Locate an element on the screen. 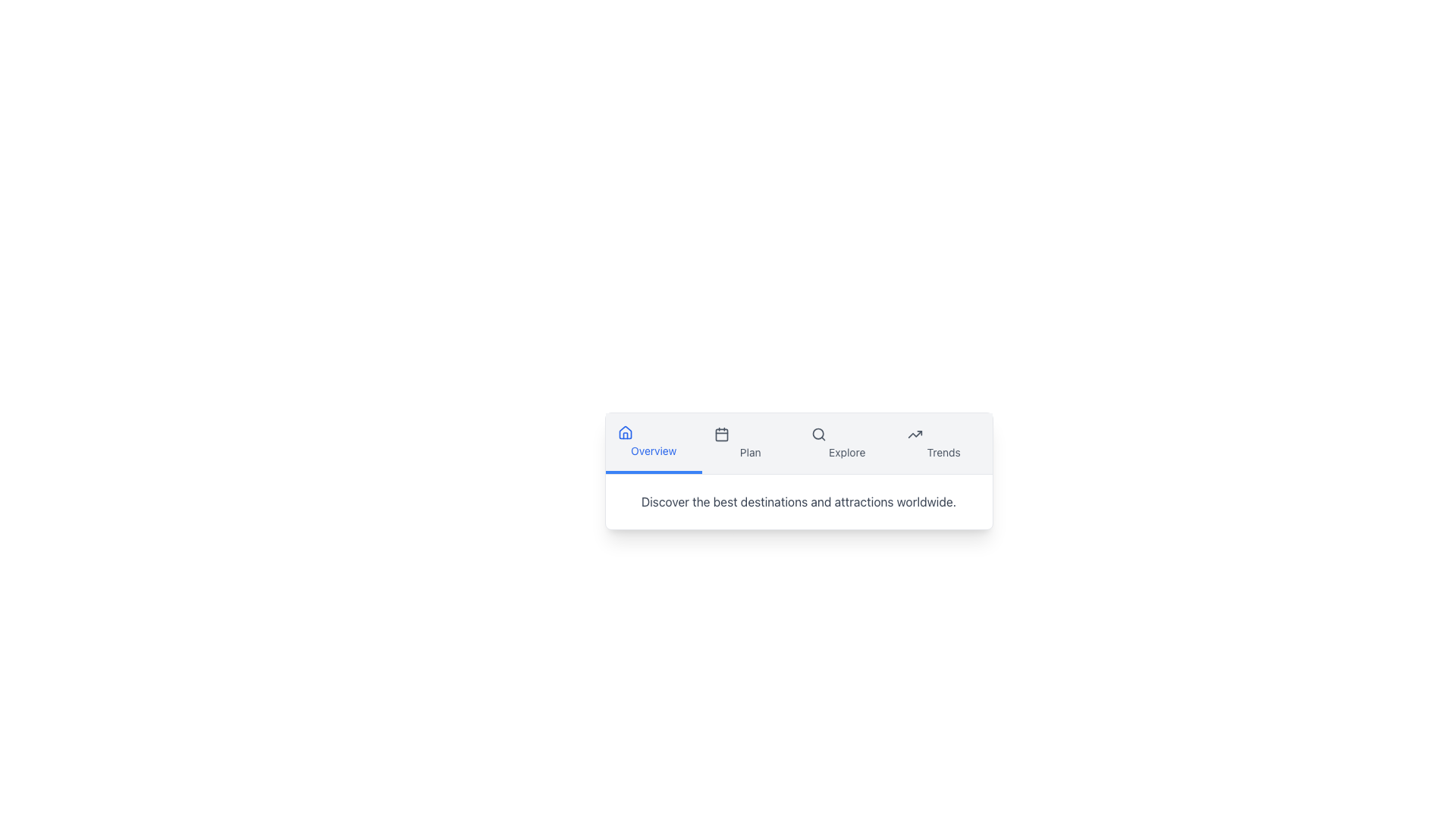 This screenshot has width=1456, height=819. the 'Plan' button, which is the second button from the left in a horizontal navigation menu, featuring a calendar icon and minimalistic typography on a light gray background is located at coordinates (750, 444).